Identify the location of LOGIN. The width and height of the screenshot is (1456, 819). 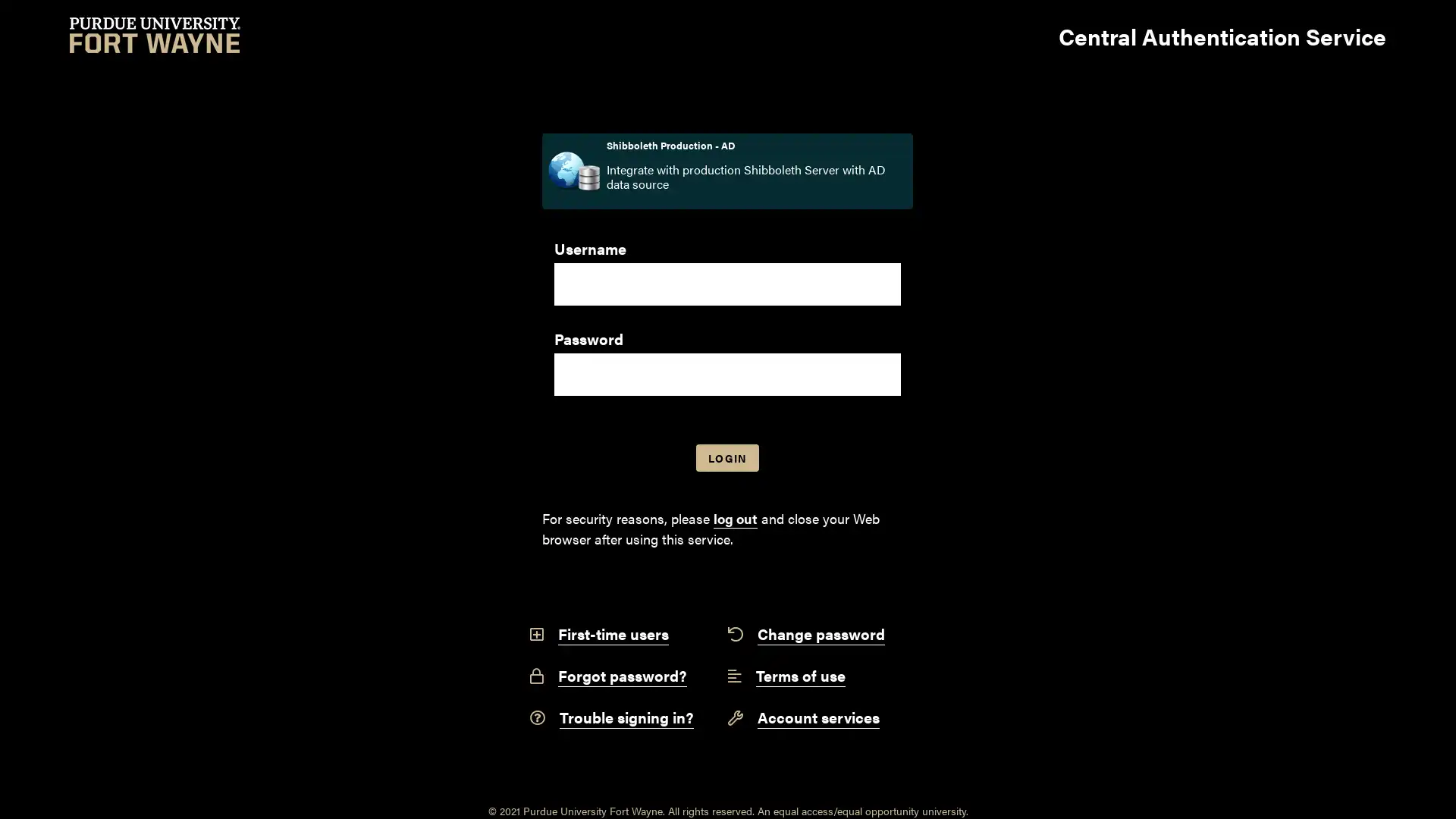
(726, 457).